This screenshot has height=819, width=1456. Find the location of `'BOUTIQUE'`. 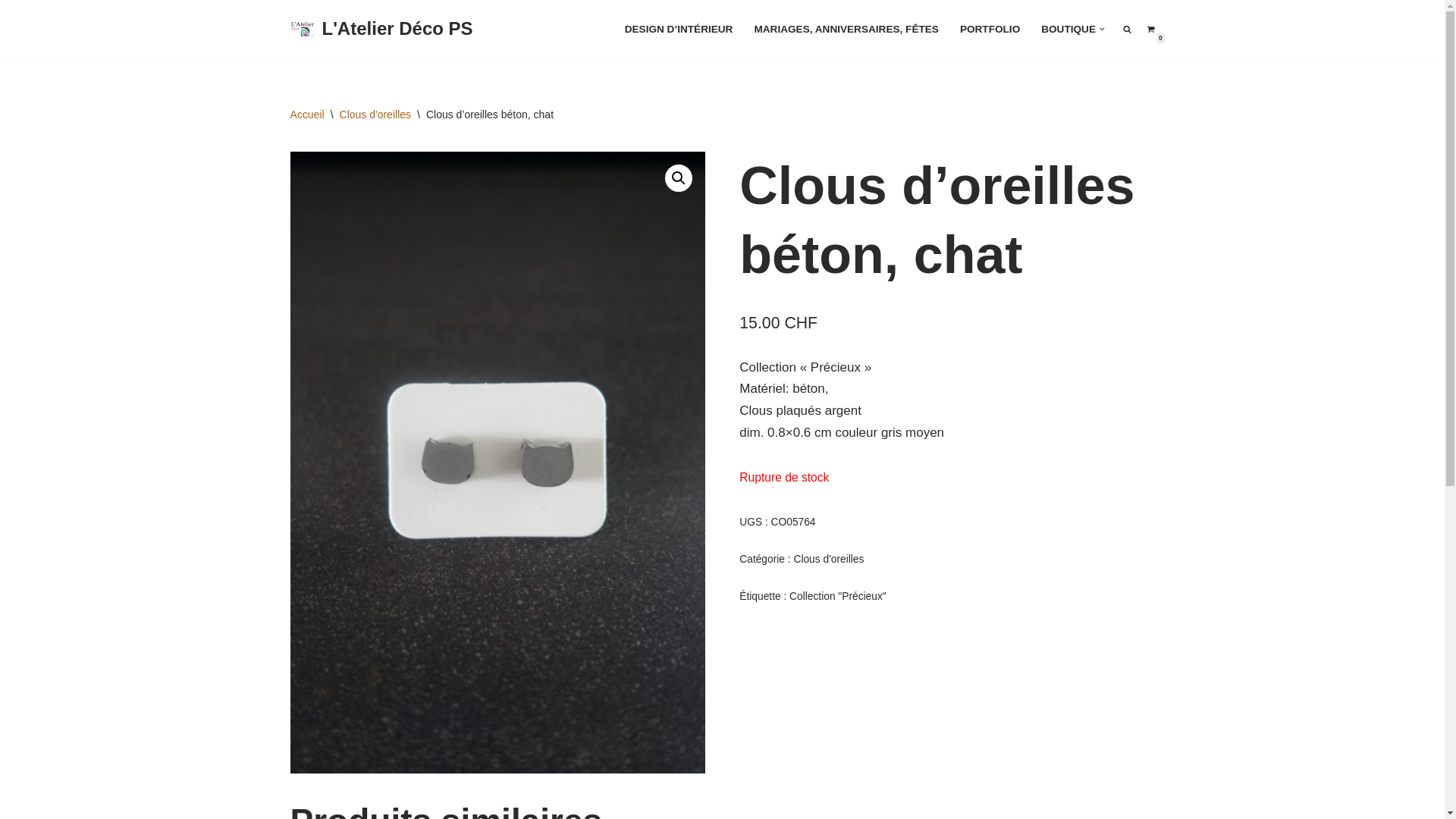

'BOUTIQUE' is located at coordinates (1068, 29).